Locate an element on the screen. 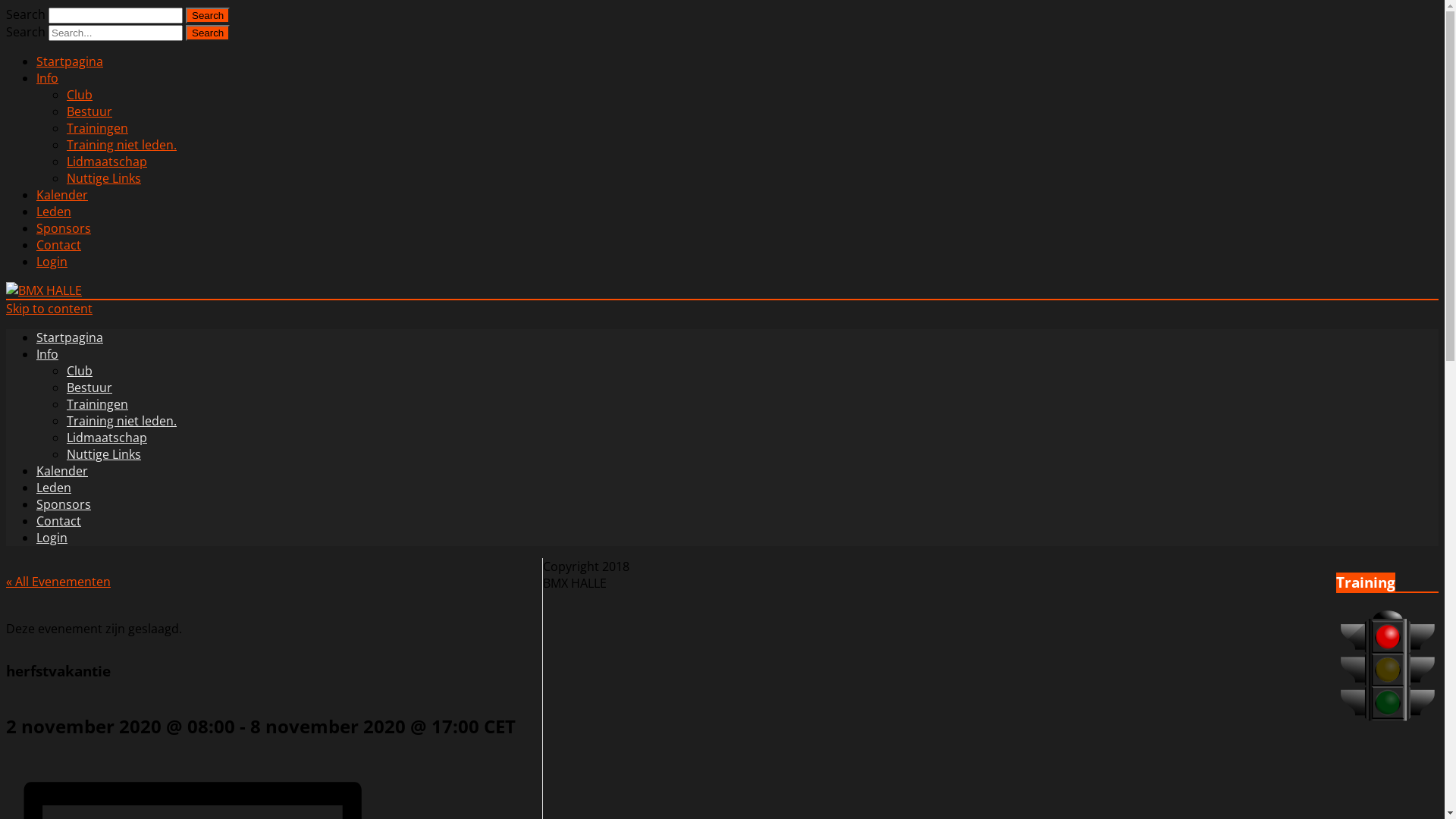 The image size is (1456, 819). 'Club' is located at coordinates (79, 371).